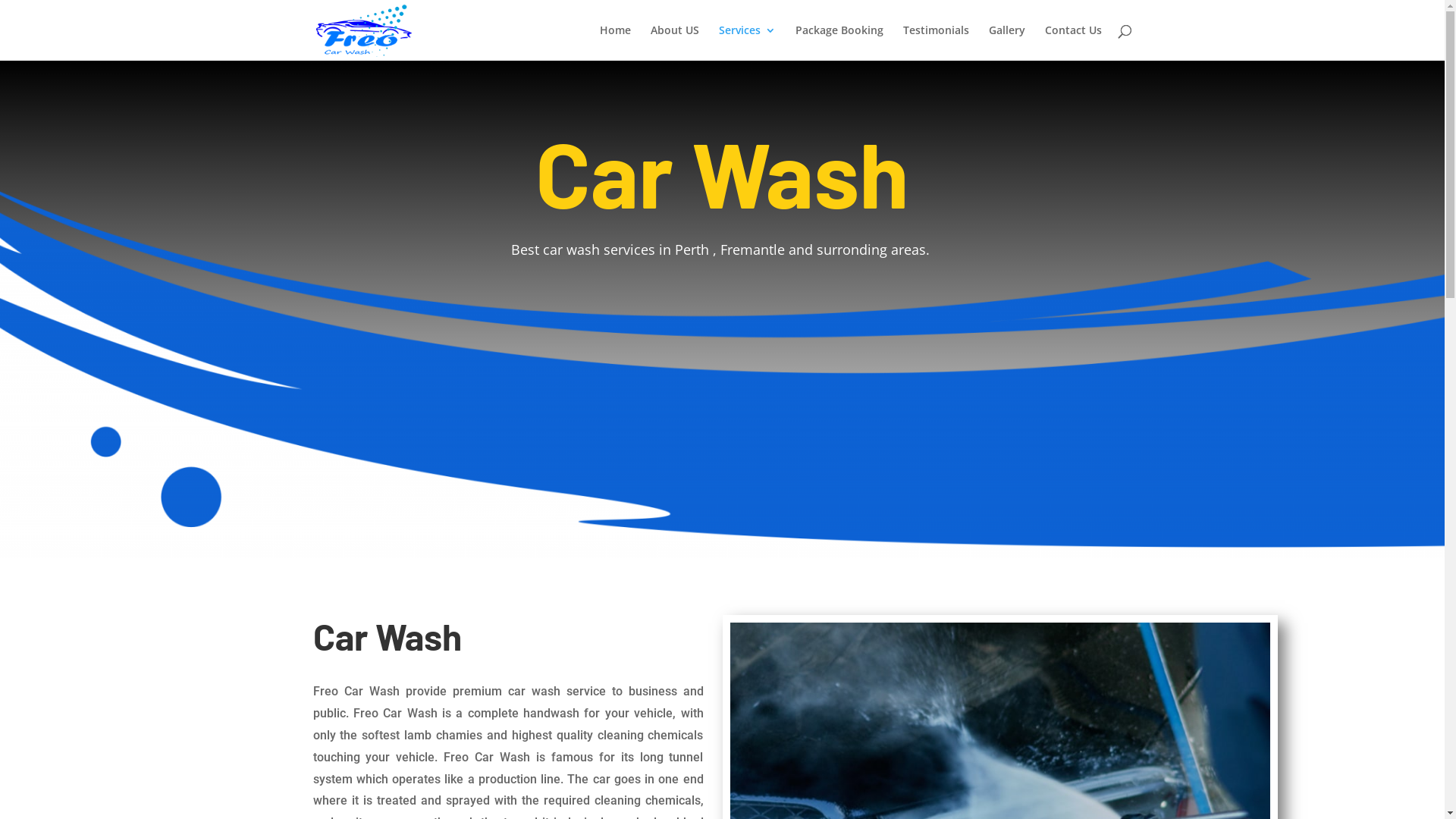 The height and width of the screenshot is (819, 1456). Describe the element at coordinates (934, 42) in the screenshot. I see `'Testimonials'` at that location.